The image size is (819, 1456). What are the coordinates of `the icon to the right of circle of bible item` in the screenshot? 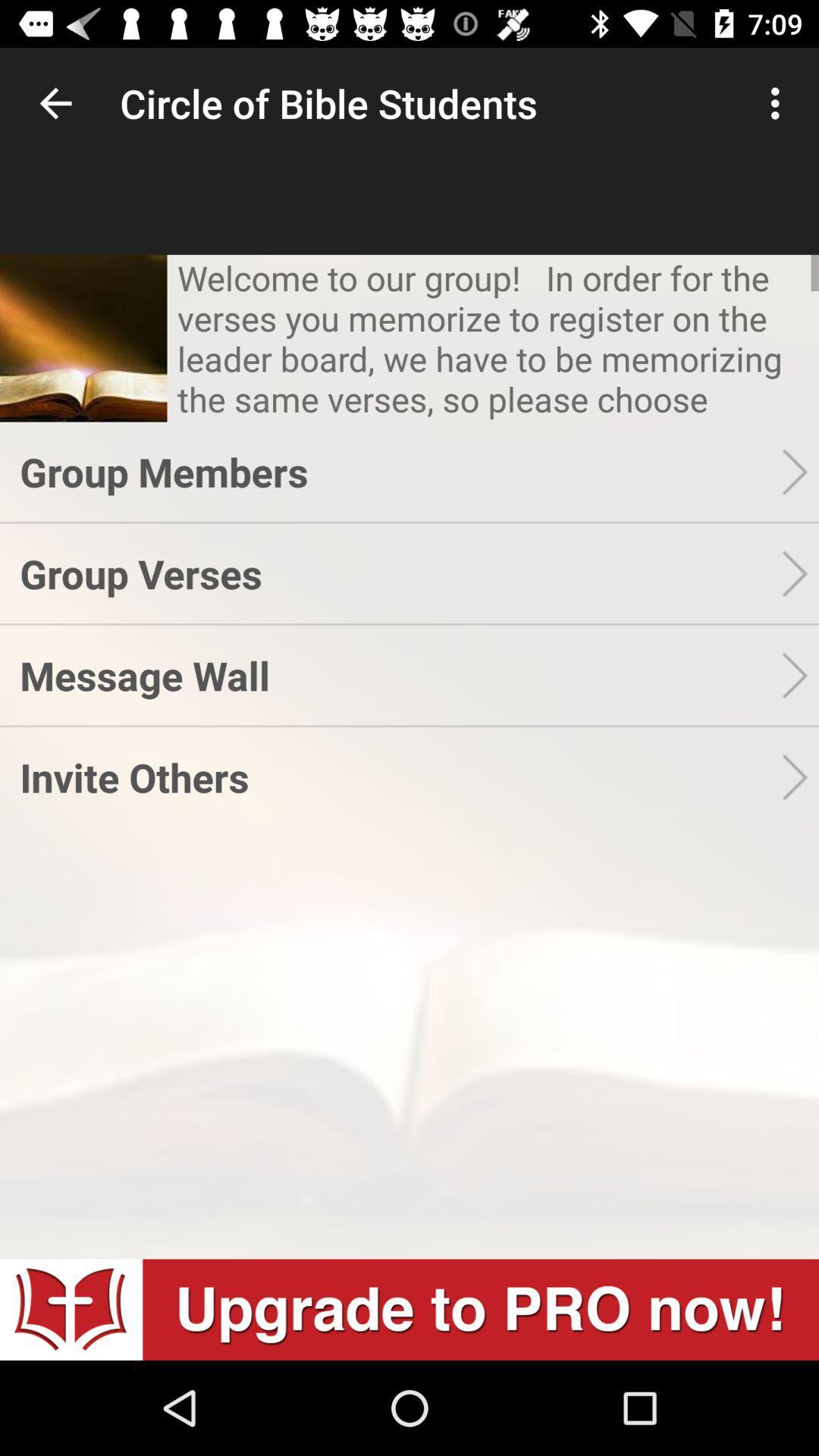 It's located at (779, 102).